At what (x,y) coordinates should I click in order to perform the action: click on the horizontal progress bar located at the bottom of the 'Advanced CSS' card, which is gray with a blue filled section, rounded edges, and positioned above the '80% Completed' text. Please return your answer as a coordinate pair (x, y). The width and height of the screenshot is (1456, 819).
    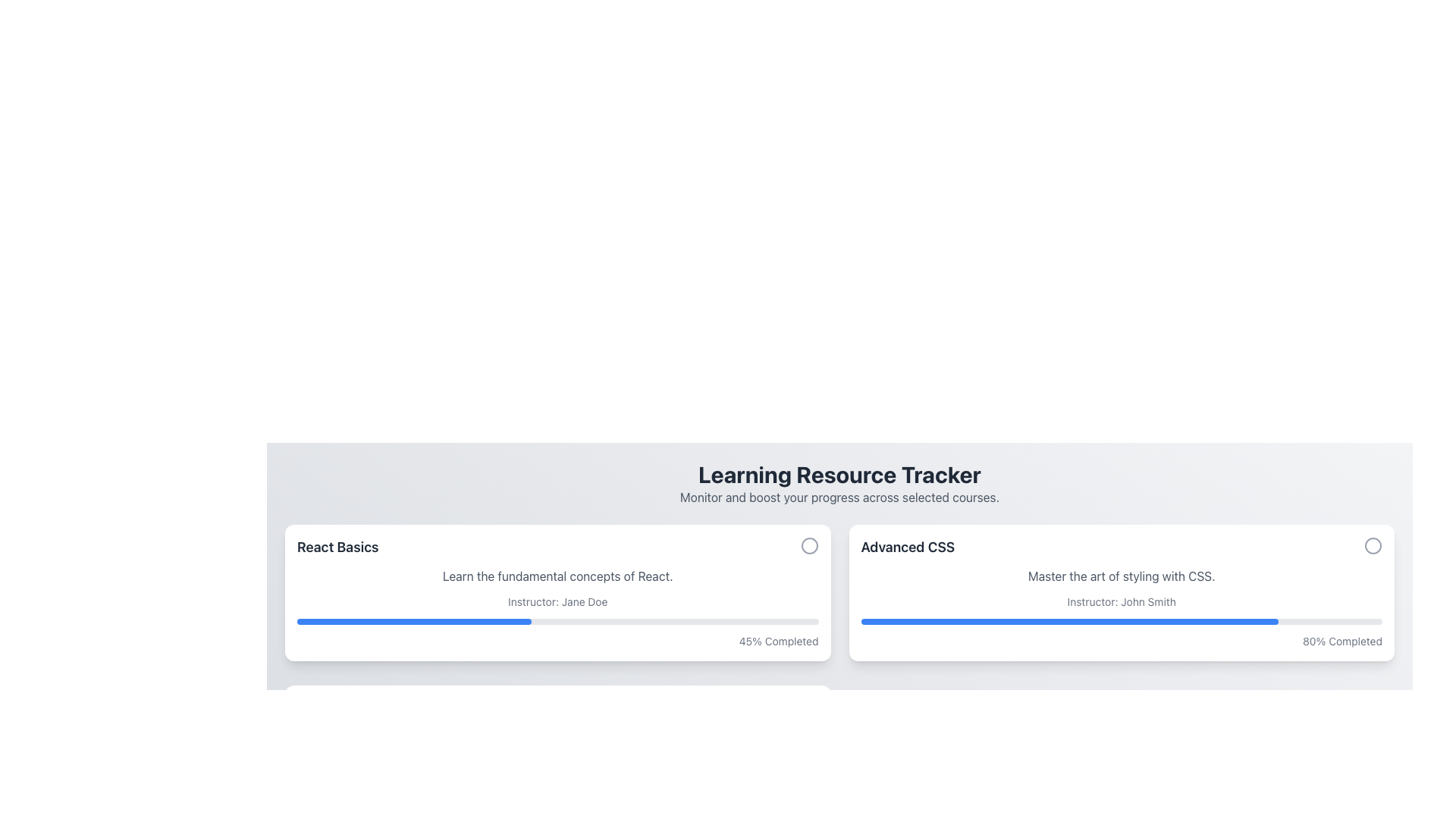
    Looking at the image, I should click on (1122, 622).